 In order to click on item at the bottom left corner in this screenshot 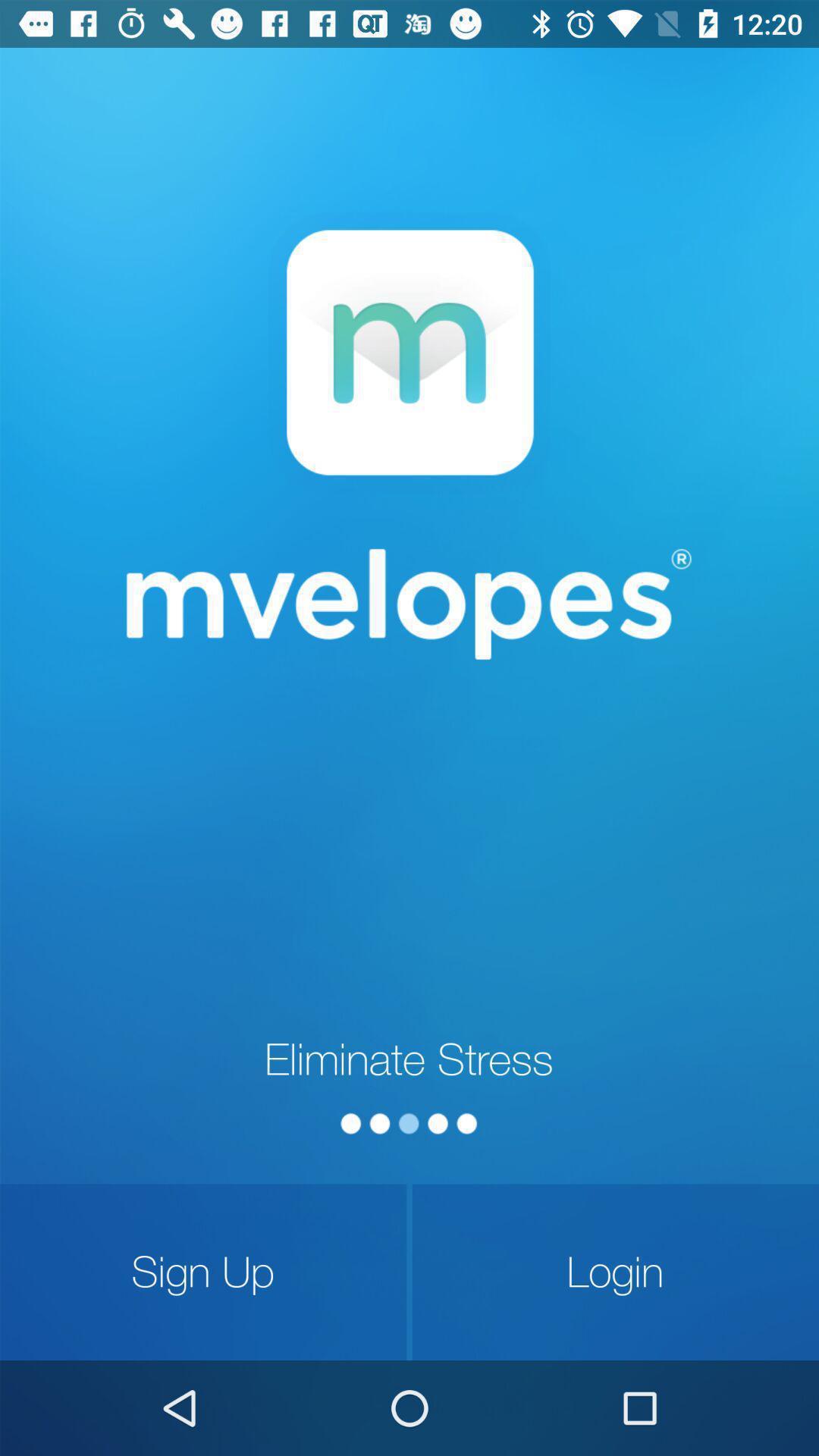, I will do `click(202, 1272)`.